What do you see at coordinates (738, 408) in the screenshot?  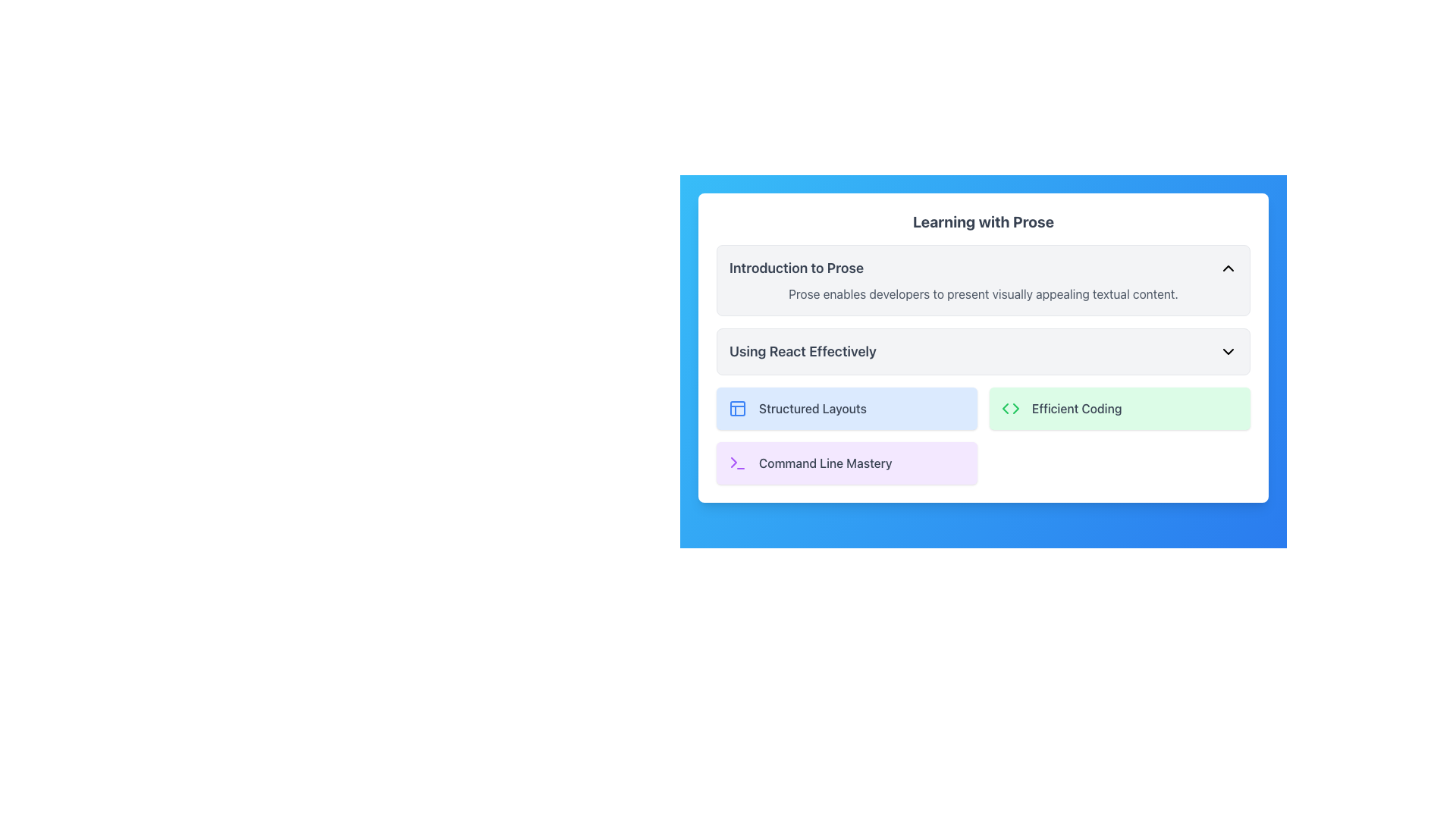 I see `the small rectangular shape with rounded corners located at the top-left corner of the SVG icon, which is part of the visual interface` at bounding box center [738, 408].